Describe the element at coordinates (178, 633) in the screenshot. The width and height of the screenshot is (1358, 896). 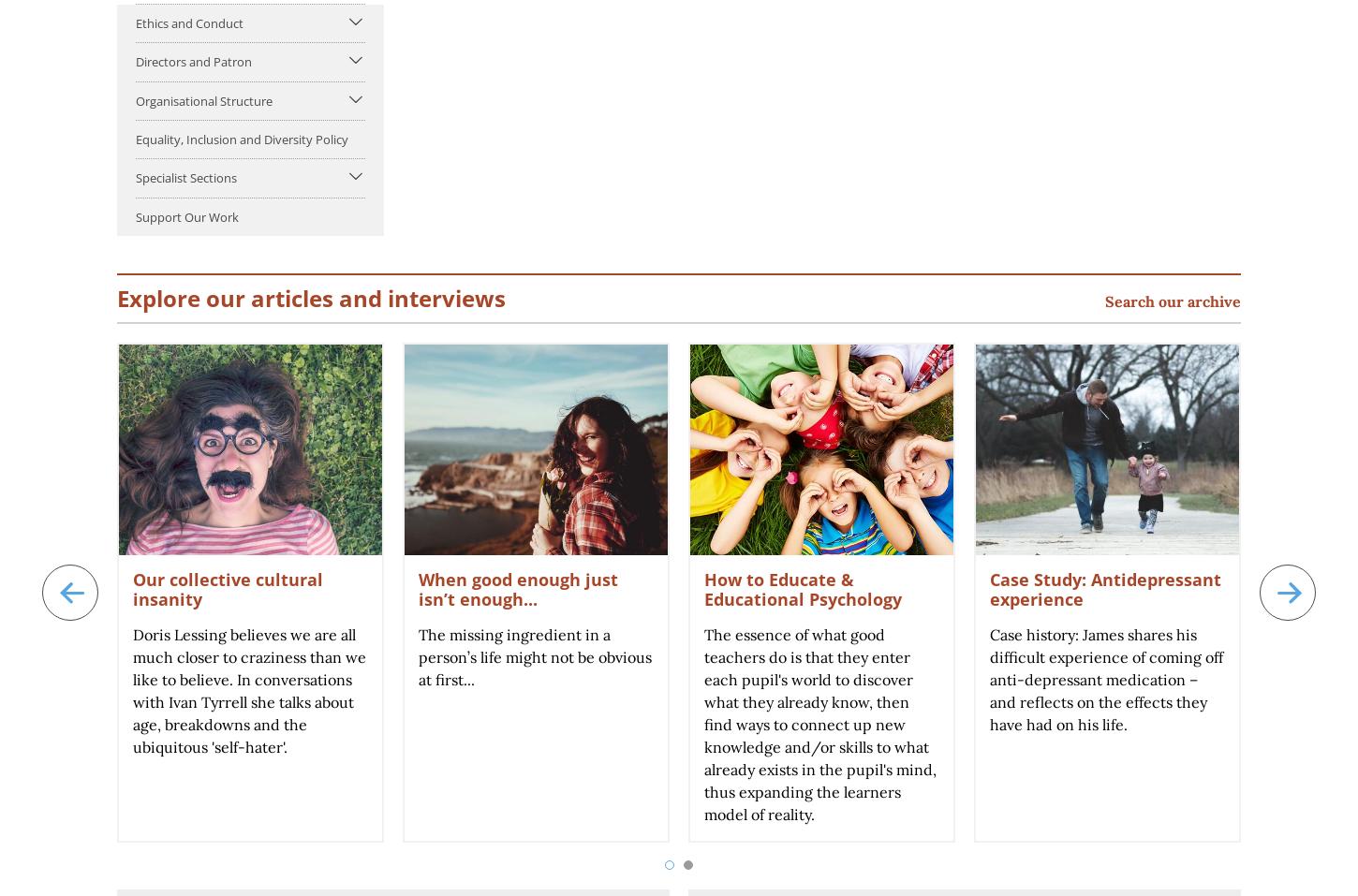
I see `'Doris Lessing'` at that location.